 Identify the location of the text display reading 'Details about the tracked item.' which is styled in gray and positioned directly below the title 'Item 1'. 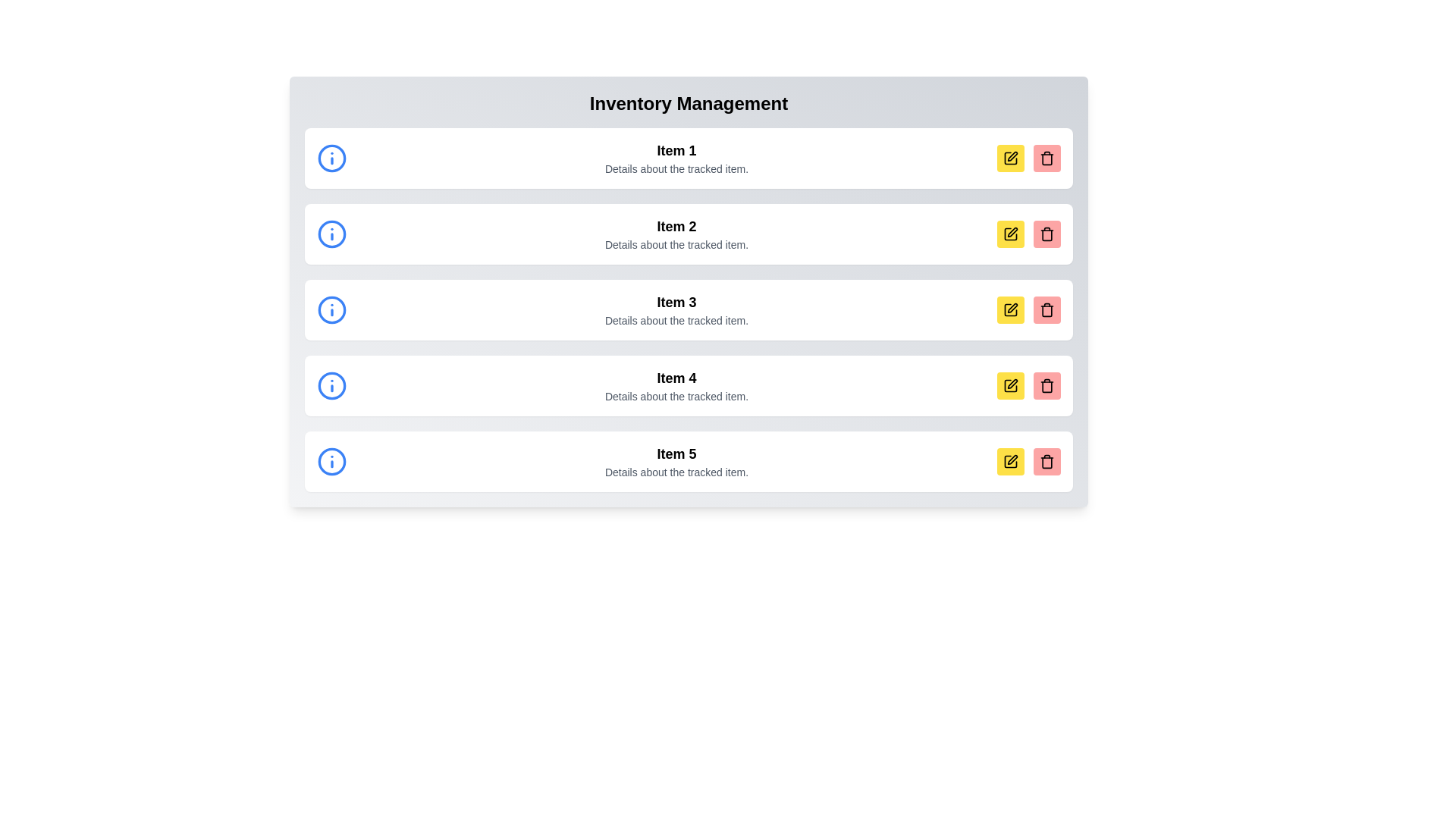
(676, 169).